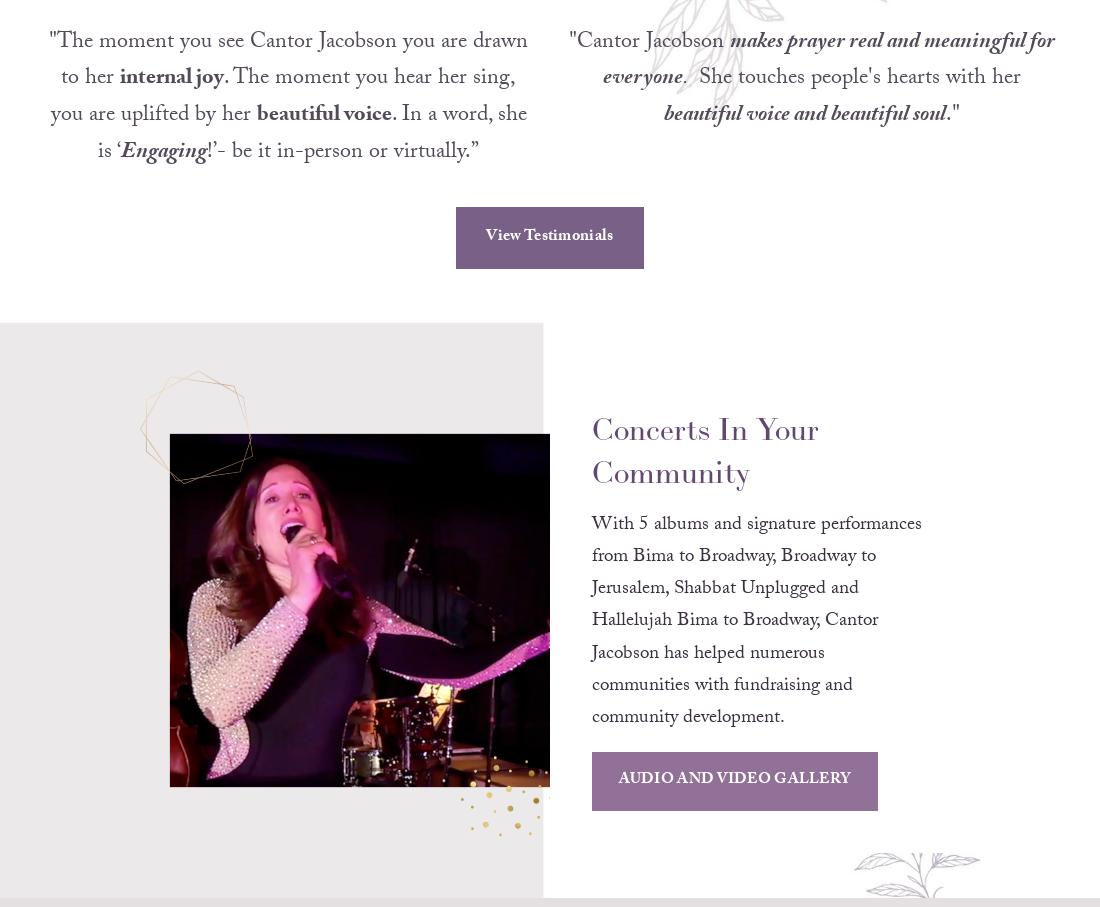 The image size is (1100, 907). Describe the element at coordinates (707, 477) in the screenshot. I see `'Concerts In Your Community'` at that location.